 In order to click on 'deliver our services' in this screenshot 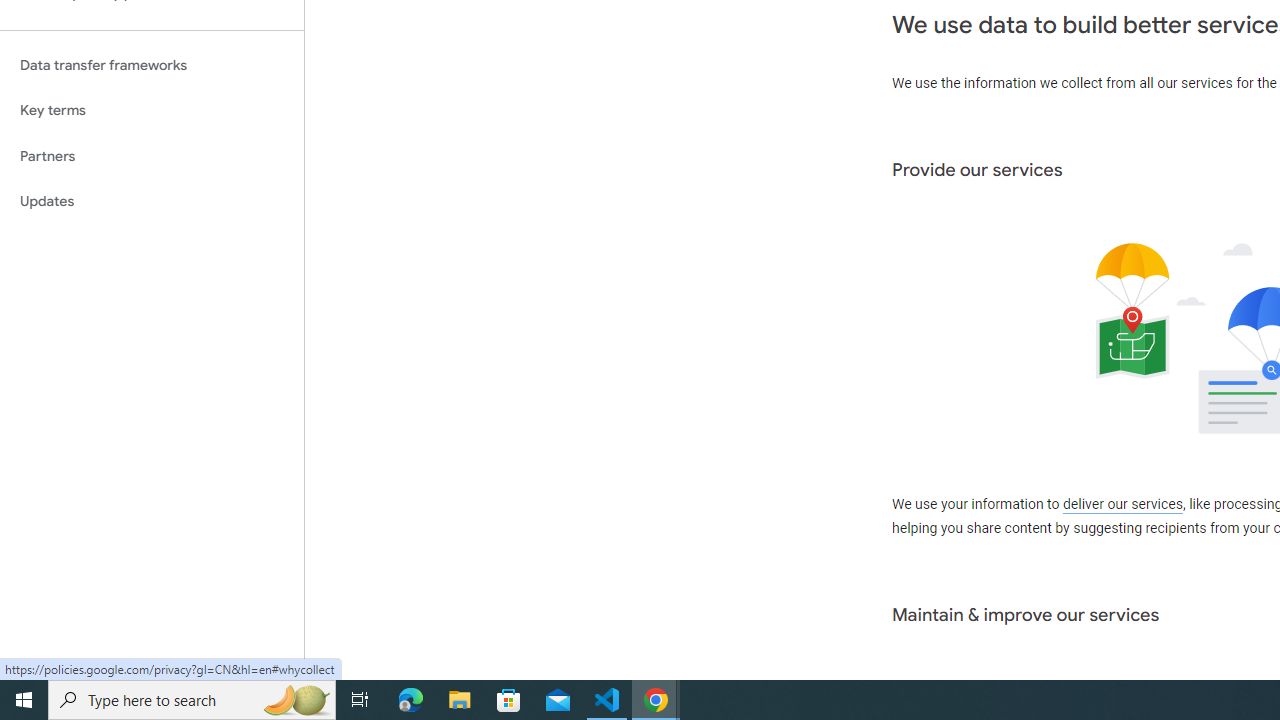, I will do `click(1122, 504)`.